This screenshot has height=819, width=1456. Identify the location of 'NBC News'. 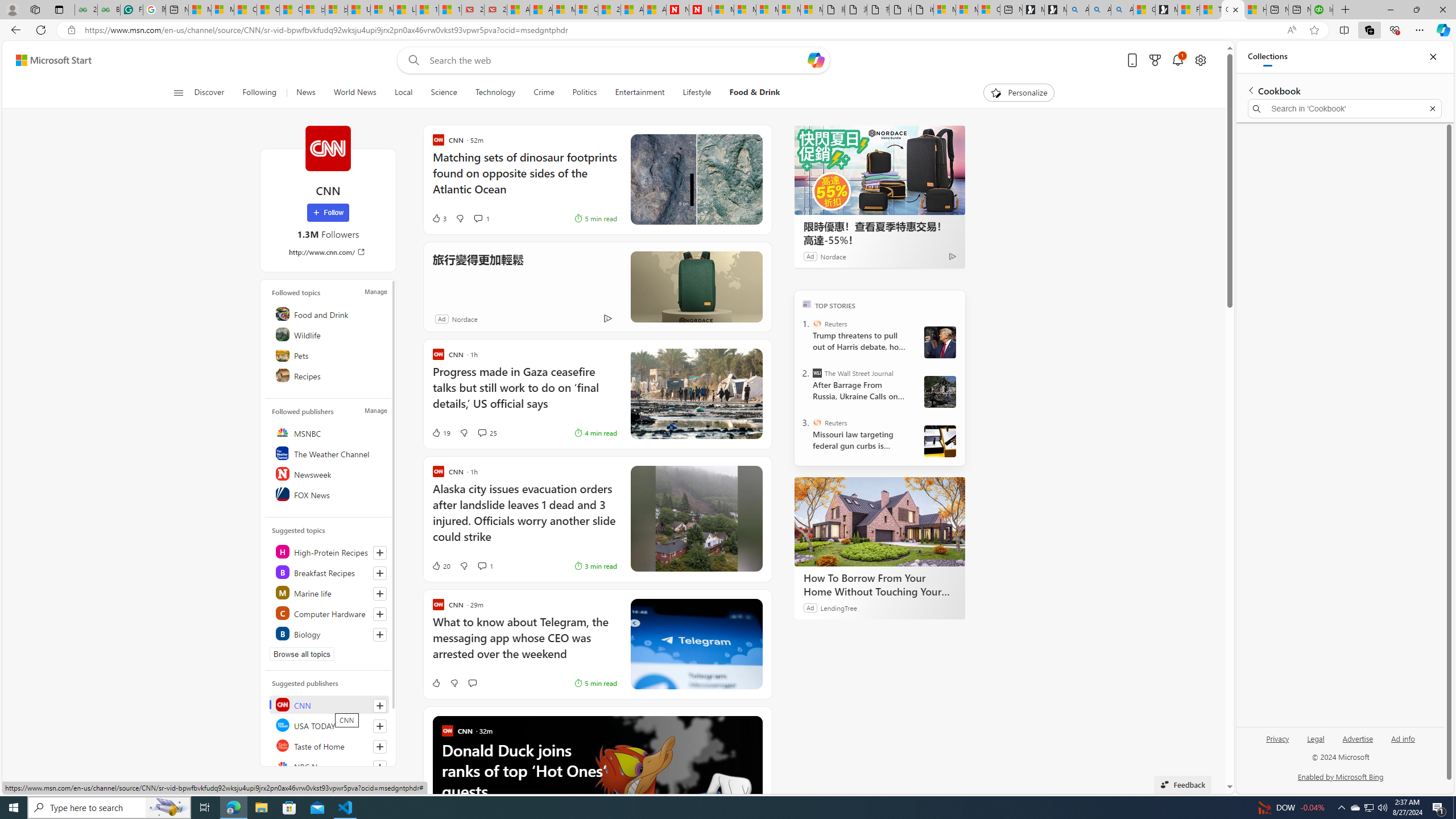
(329, 766).